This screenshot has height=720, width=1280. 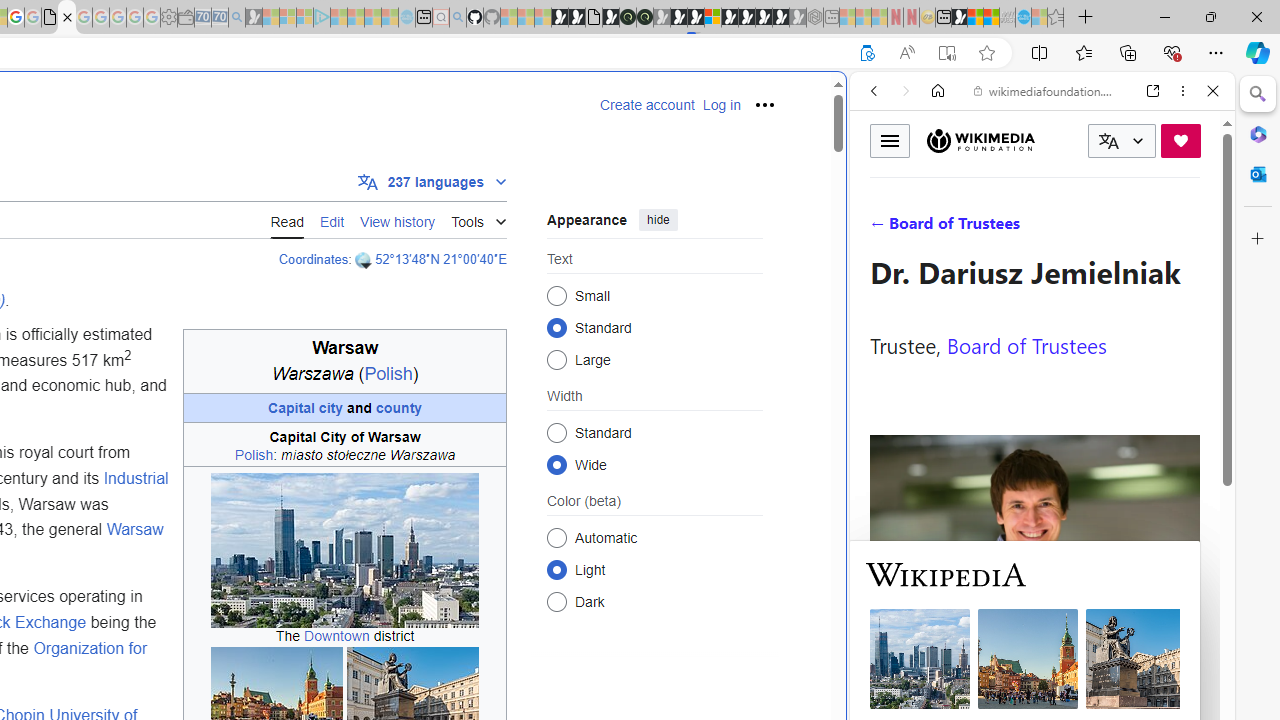 I want to click on 'CURRENT LANGUAGE:', so click(x=1121, y=140).